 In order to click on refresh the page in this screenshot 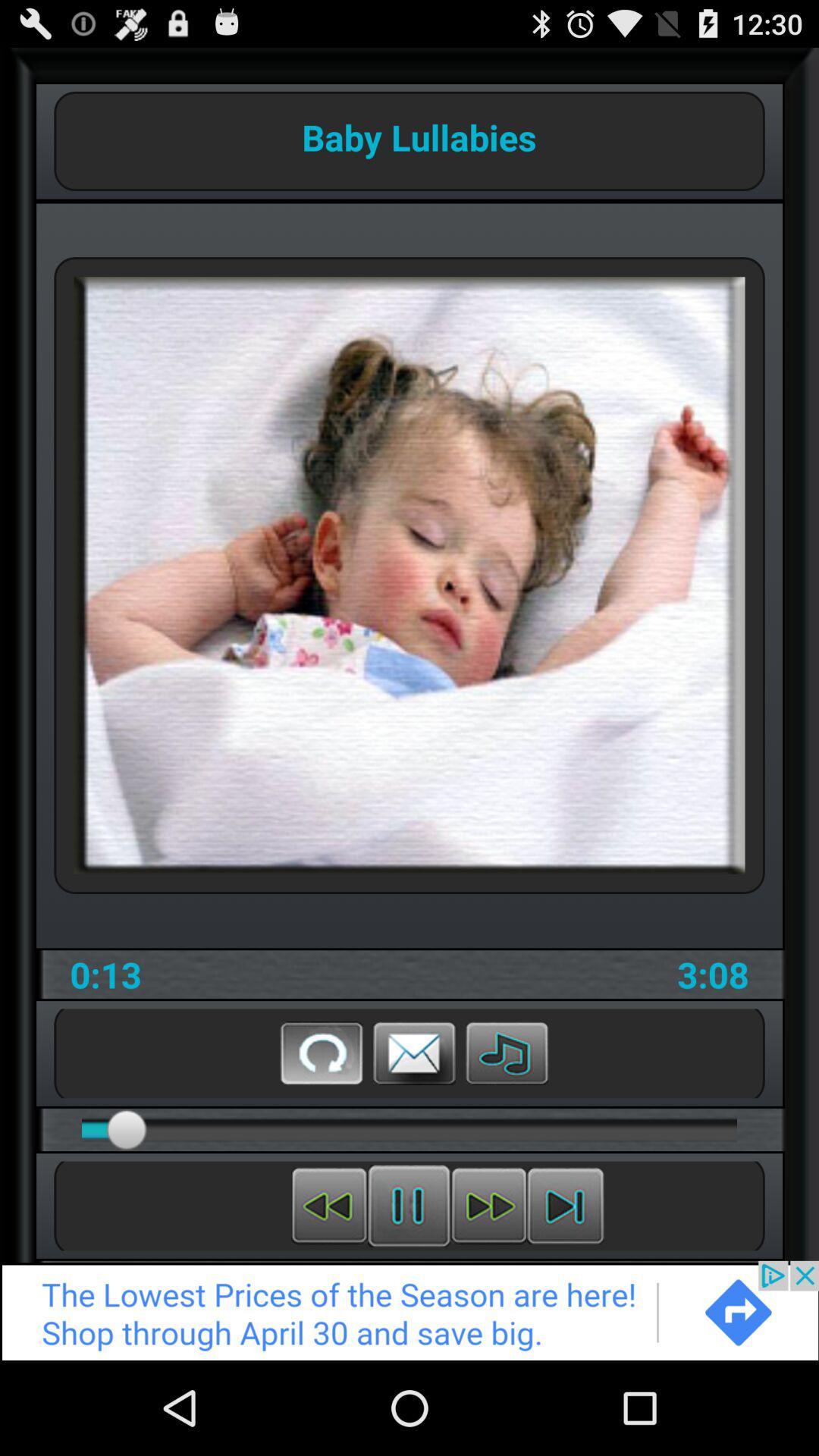, I will do `click(321, 1052)`.